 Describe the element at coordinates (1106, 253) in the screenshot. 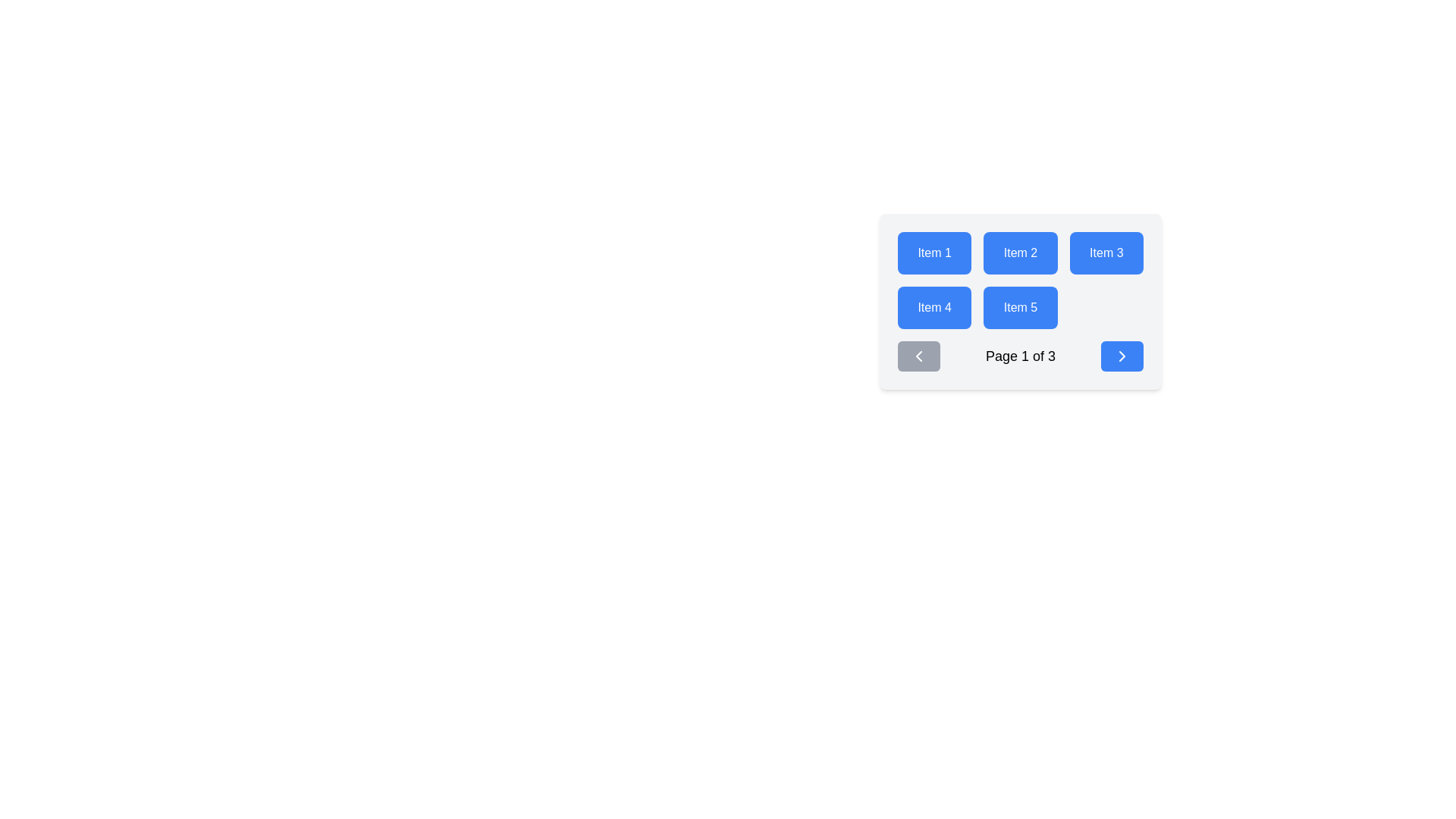

I see `the blue button labeled 'Item 3'` at that location.